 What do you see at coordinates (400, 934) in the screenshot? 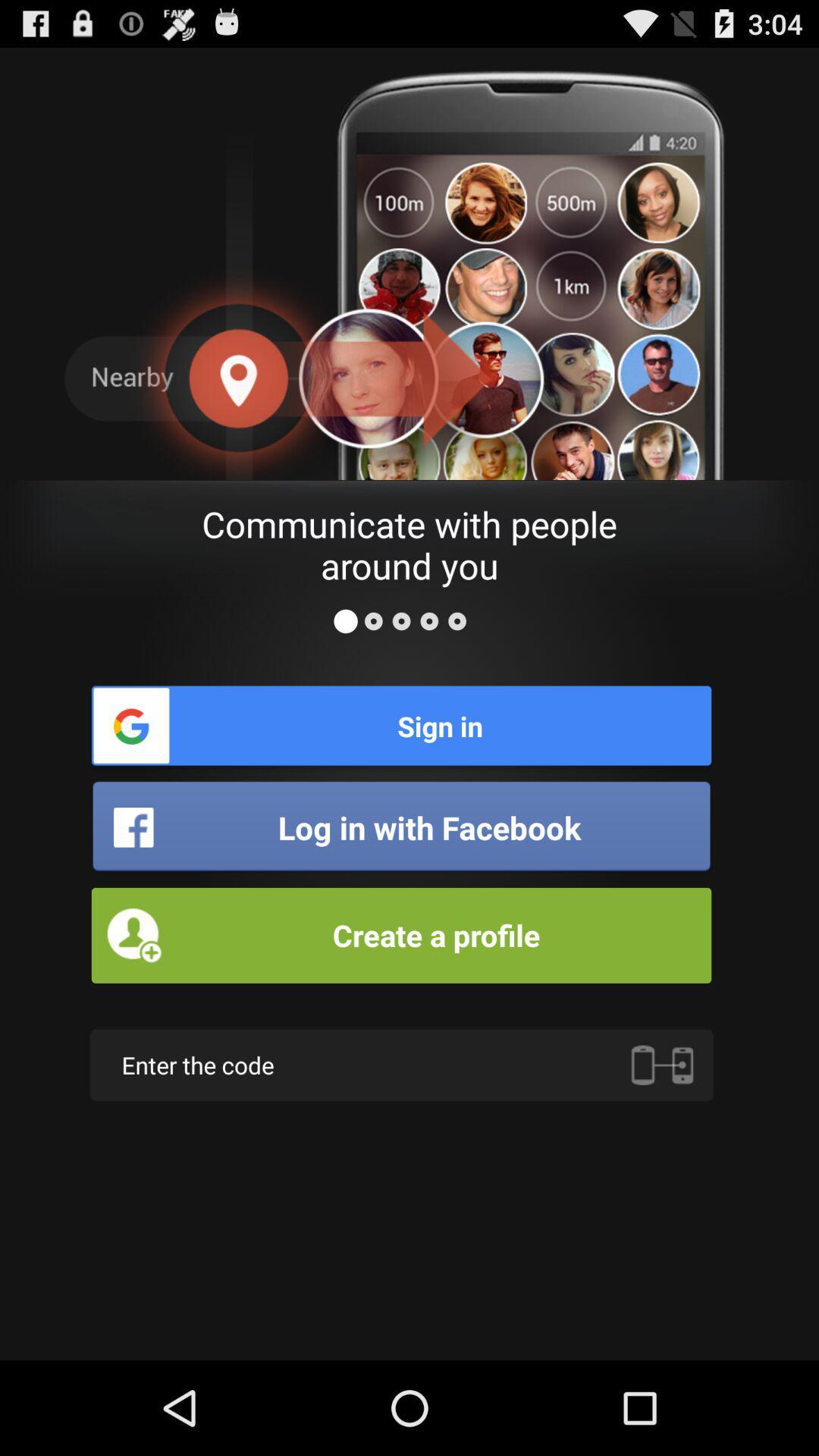
I see `item above enter the code icon` at bounding box center [400, 934].